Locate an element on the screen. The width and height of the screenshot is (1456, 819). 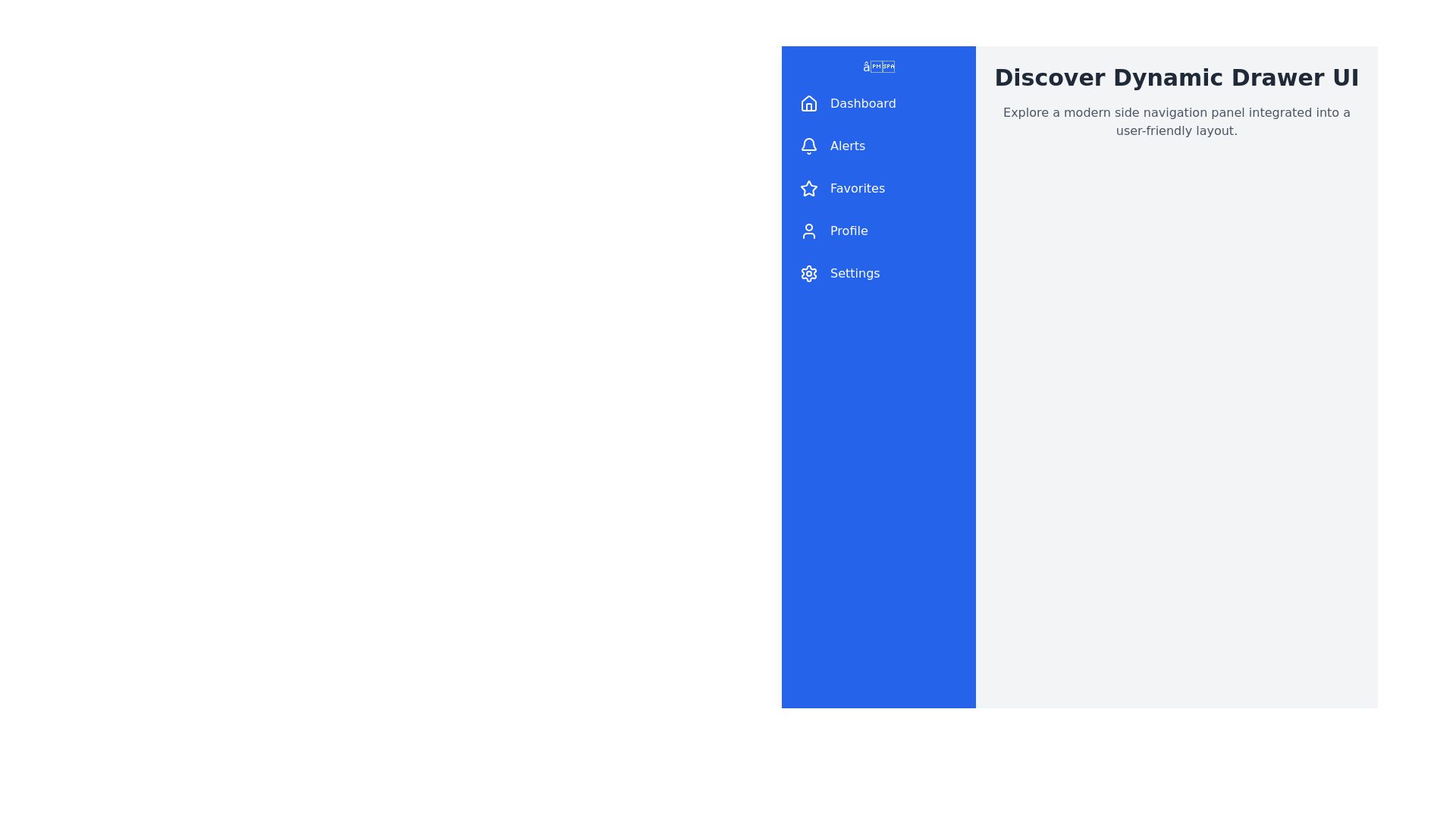
the individual item in the vertical navigation menu is located at coordinates (878, 188).